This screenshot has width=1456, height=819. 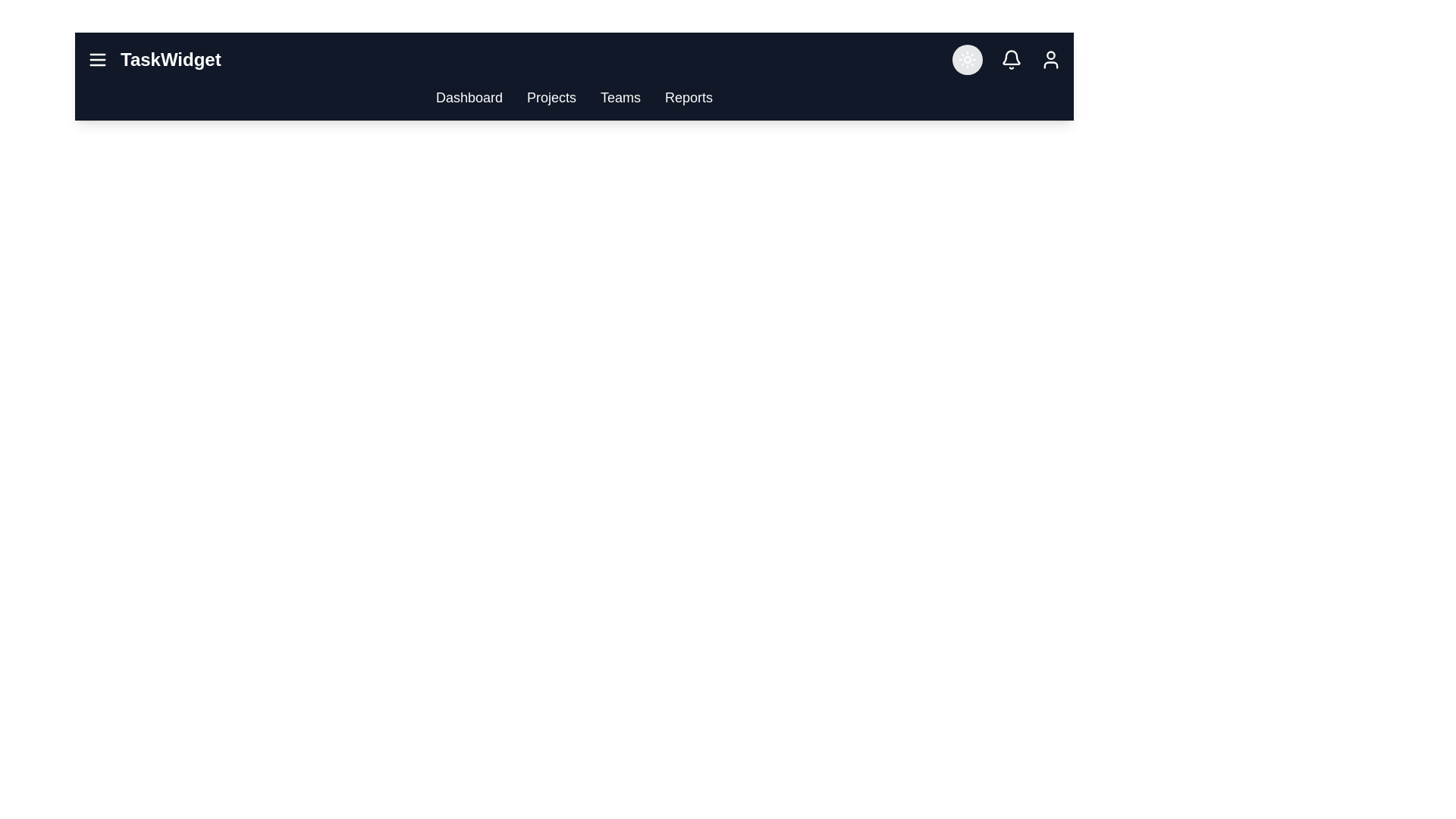 I want to click on the menu icon to toggle the menu, so click(x=97, y=58).